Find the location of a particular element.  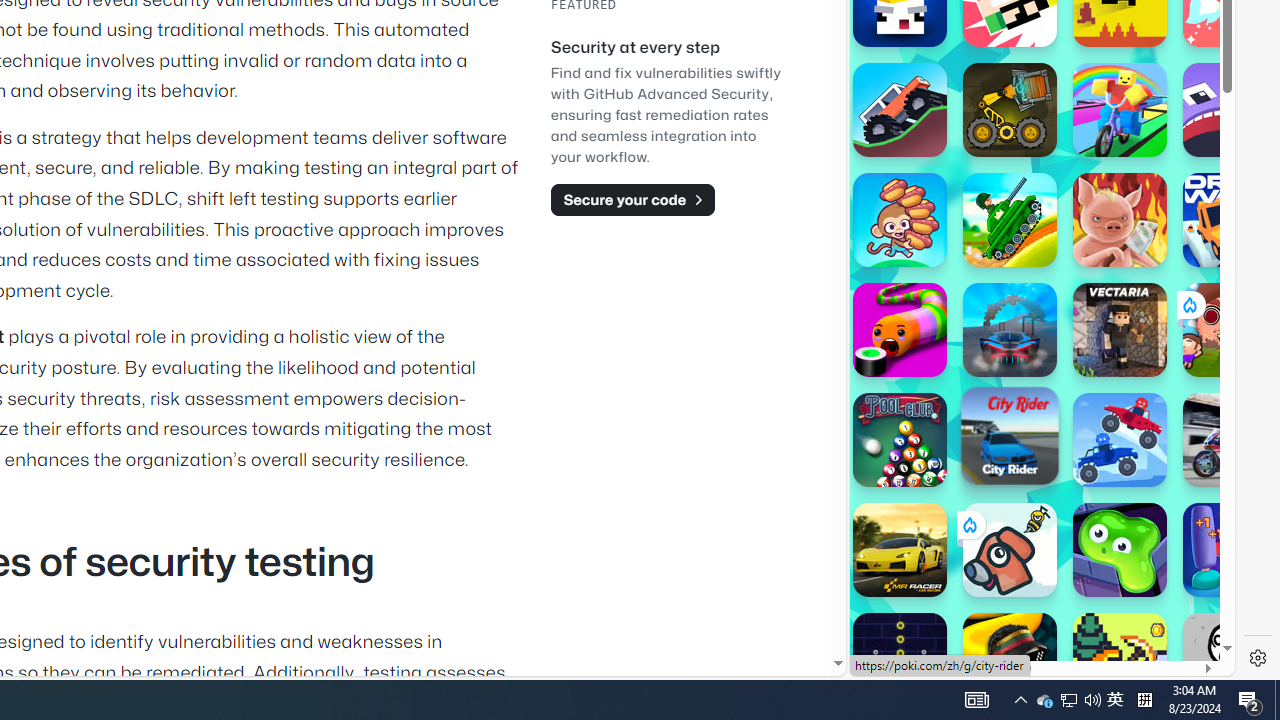

'Vectaria.io Vectaria.io' is located at coordinates (1120, 329).